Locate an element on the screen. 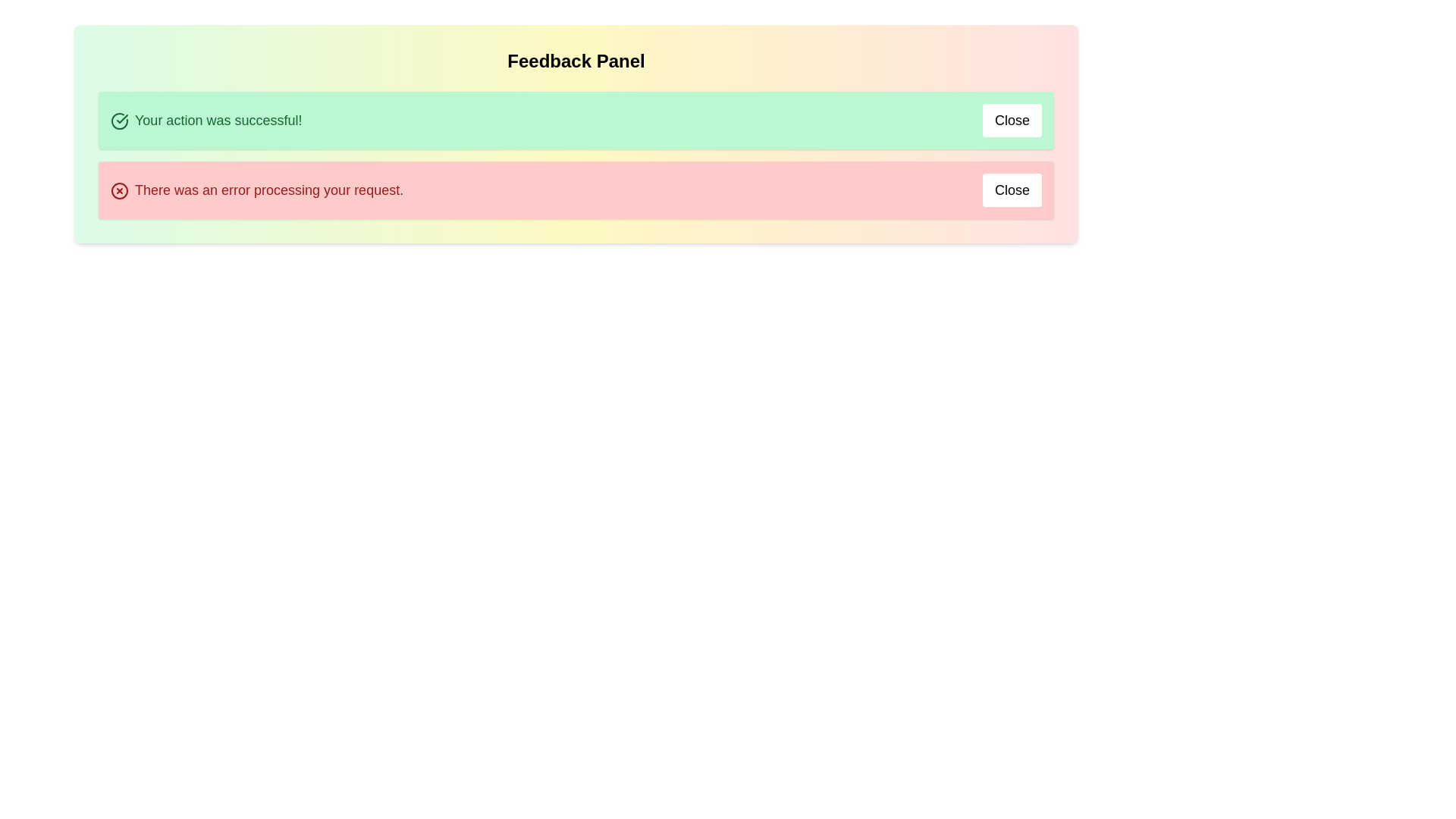  the dismiss button located on the right side of the red error message box that reads 'There was an error processing your request.' is located at coordinates (1012, 189).